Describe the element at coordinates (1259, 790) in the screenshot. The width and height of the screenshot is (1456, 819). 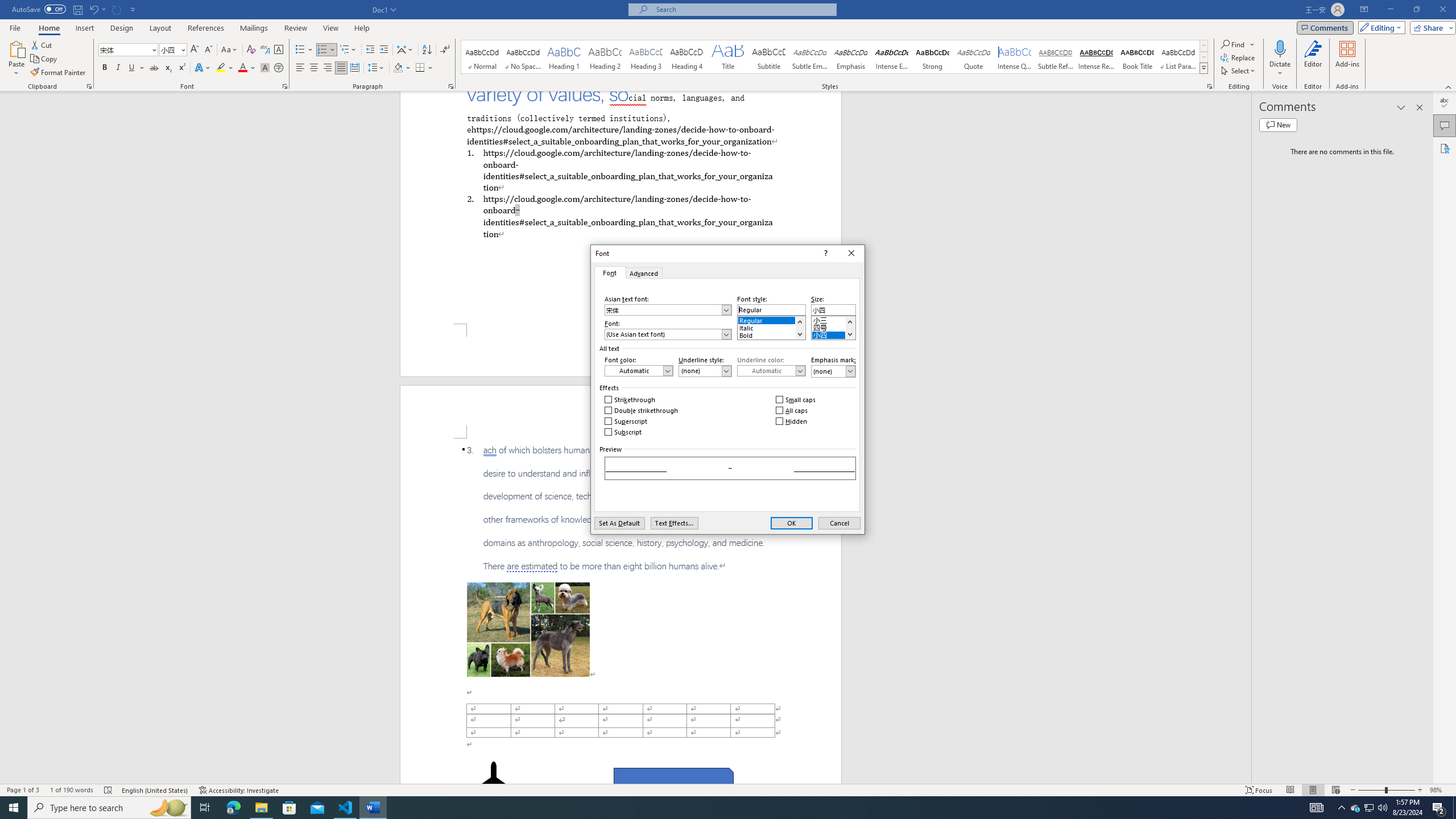
I see `'Focus '` at that location.